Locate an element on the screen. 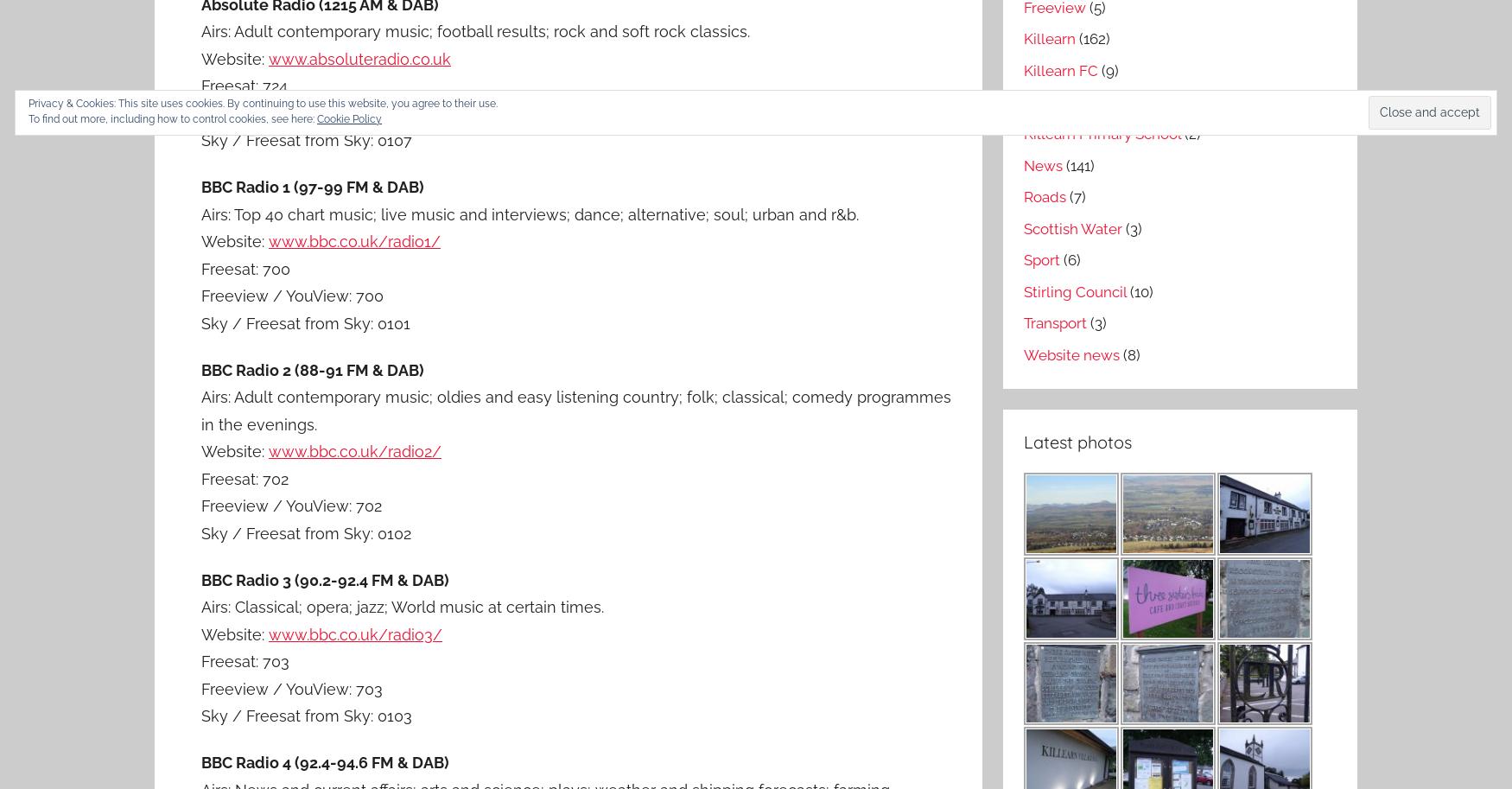  '(7)' is located at coordinates (1075, 195).